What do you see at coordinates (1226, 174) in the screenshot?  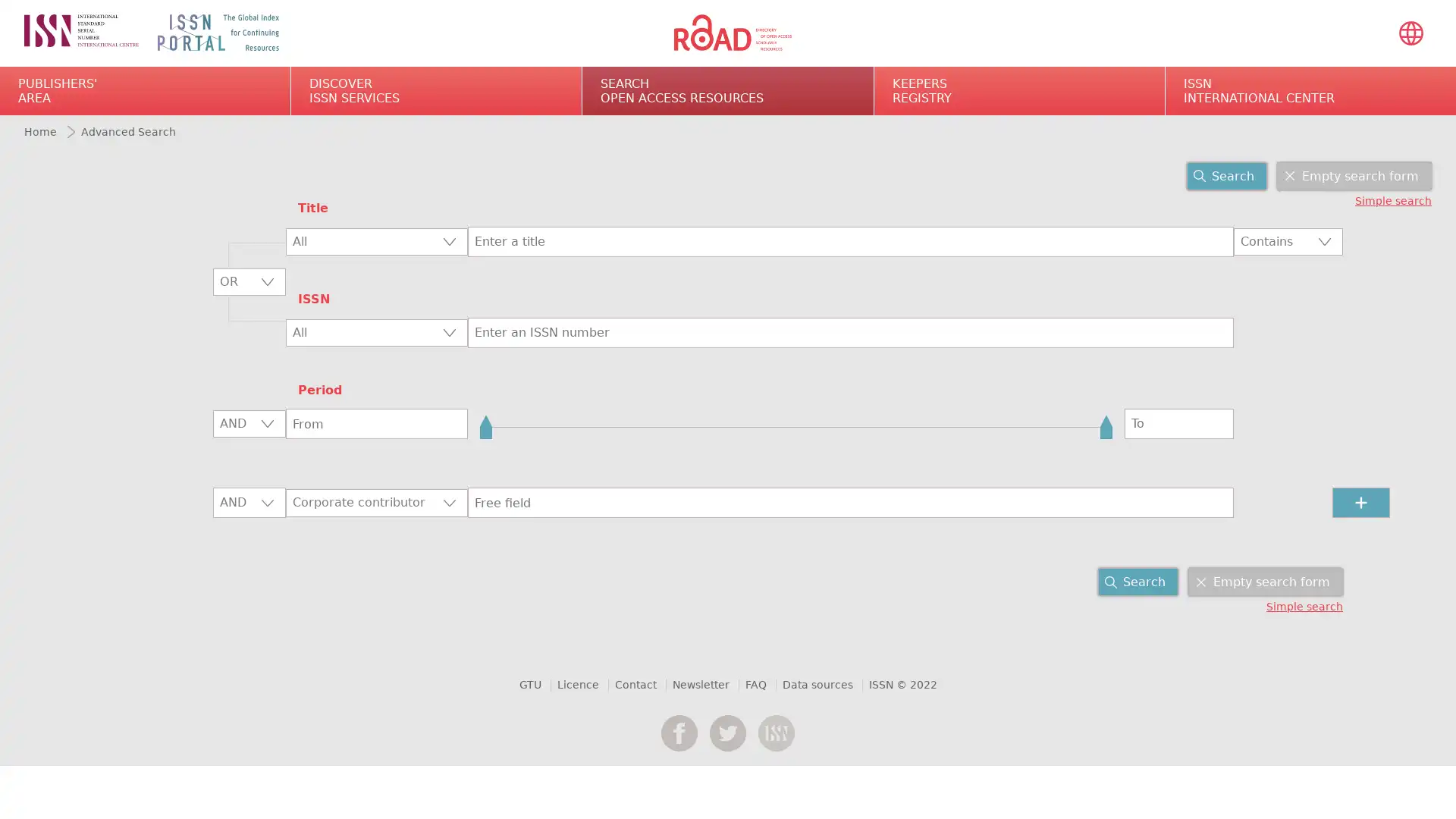 I see `Search` at bounding box center [1226, 174].